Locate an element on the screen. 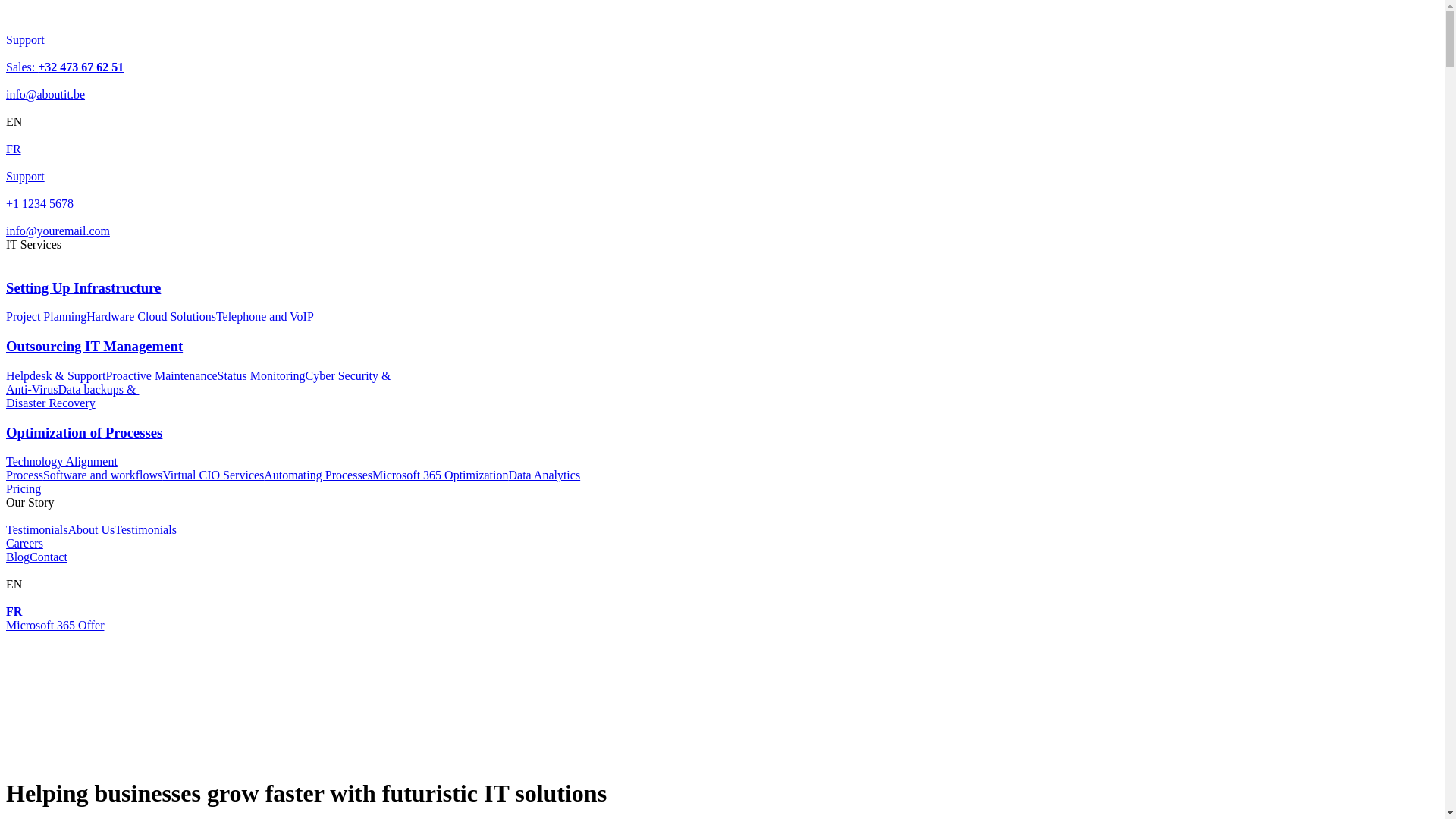  'Cyber Security & is located at coordinates (197, 381).